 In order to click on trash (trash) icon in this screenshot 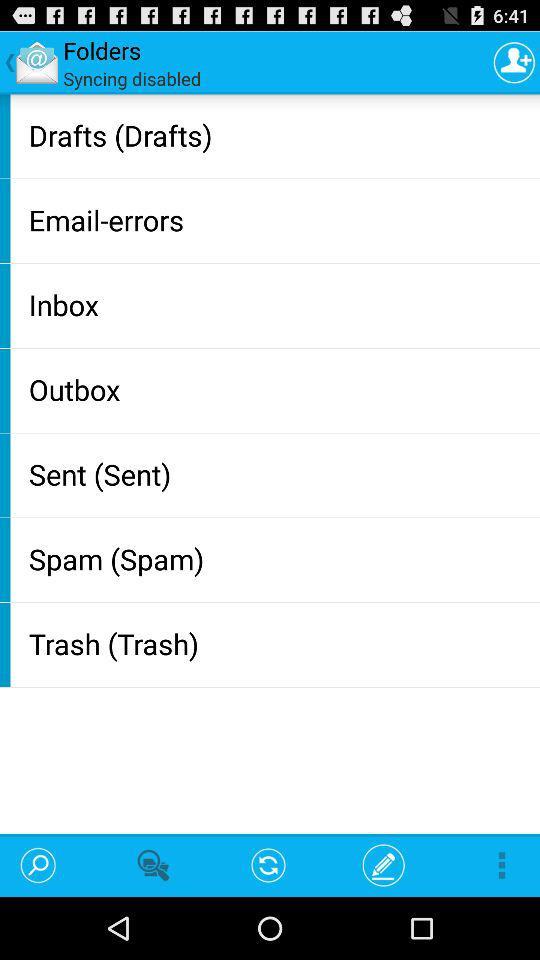, I will do `click(279, 642)`.